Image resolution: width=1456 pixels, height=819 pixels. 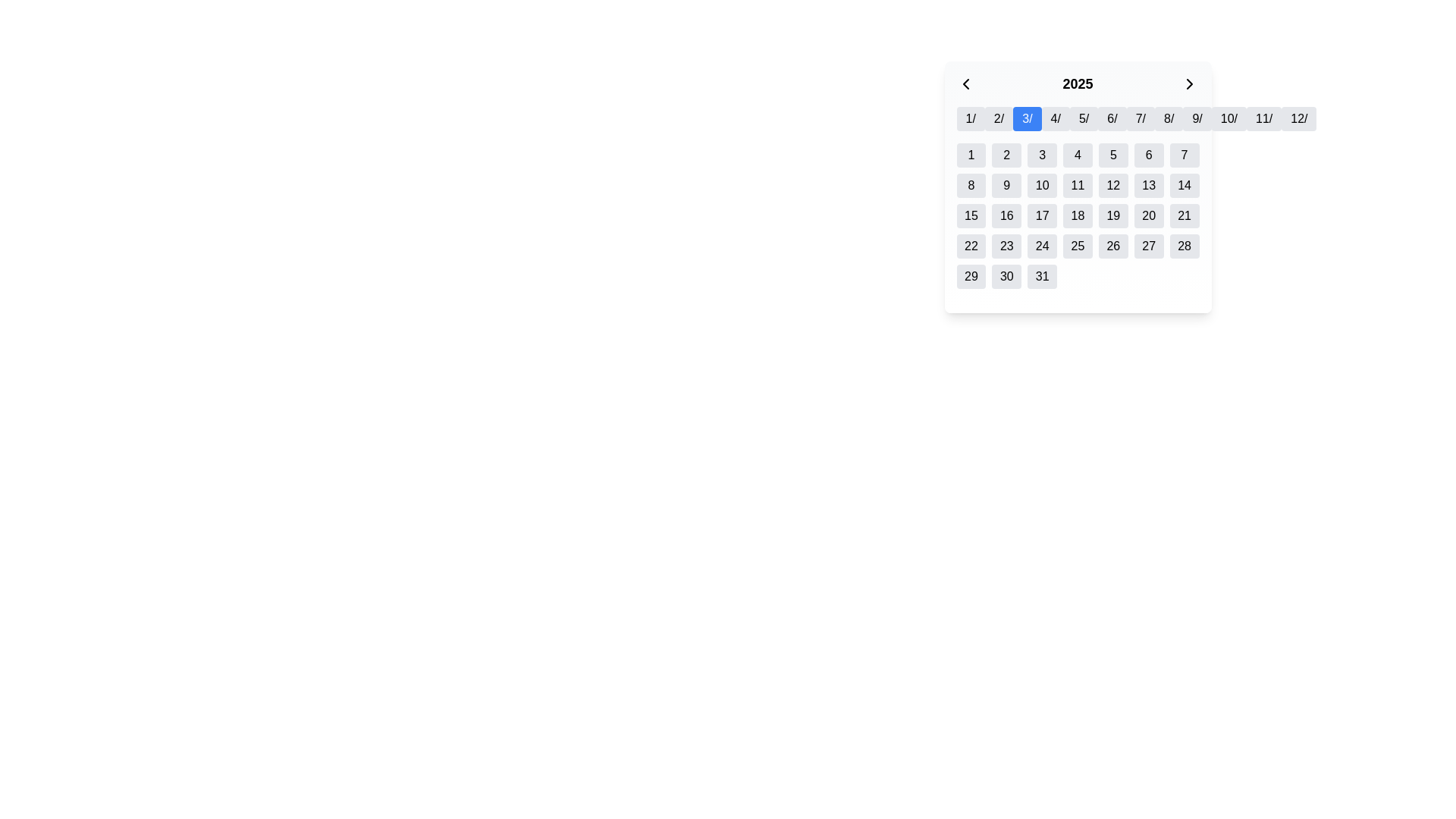 I want to click on the button displaying the number '9' in bold black font, so click(x=1006, y=185).